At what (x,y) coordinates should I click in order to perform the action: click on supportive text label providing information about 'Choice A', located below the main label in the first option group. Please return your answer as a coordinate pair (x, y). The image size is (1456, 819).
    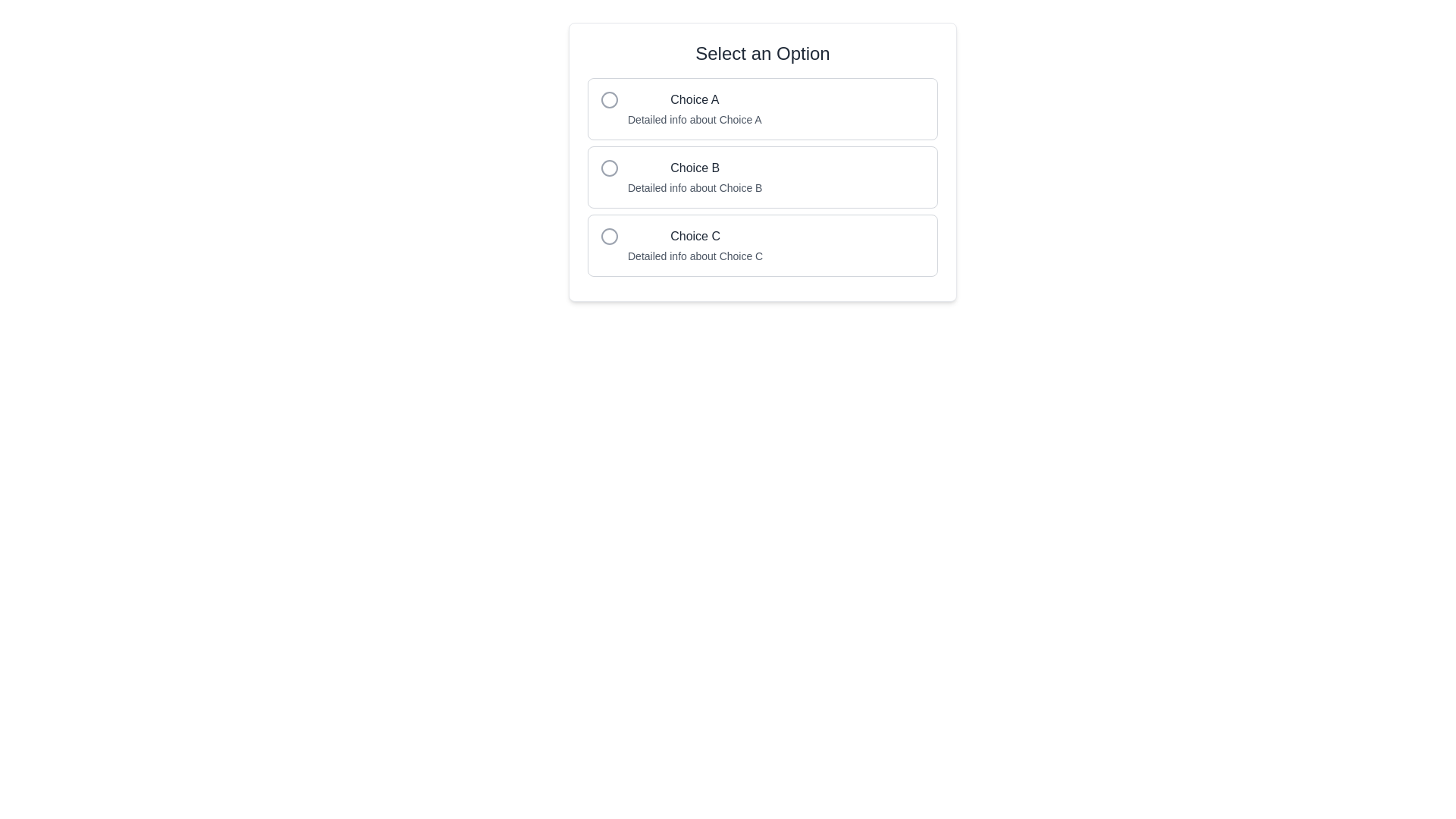
    Looking at the image, I should click on (694, 119).